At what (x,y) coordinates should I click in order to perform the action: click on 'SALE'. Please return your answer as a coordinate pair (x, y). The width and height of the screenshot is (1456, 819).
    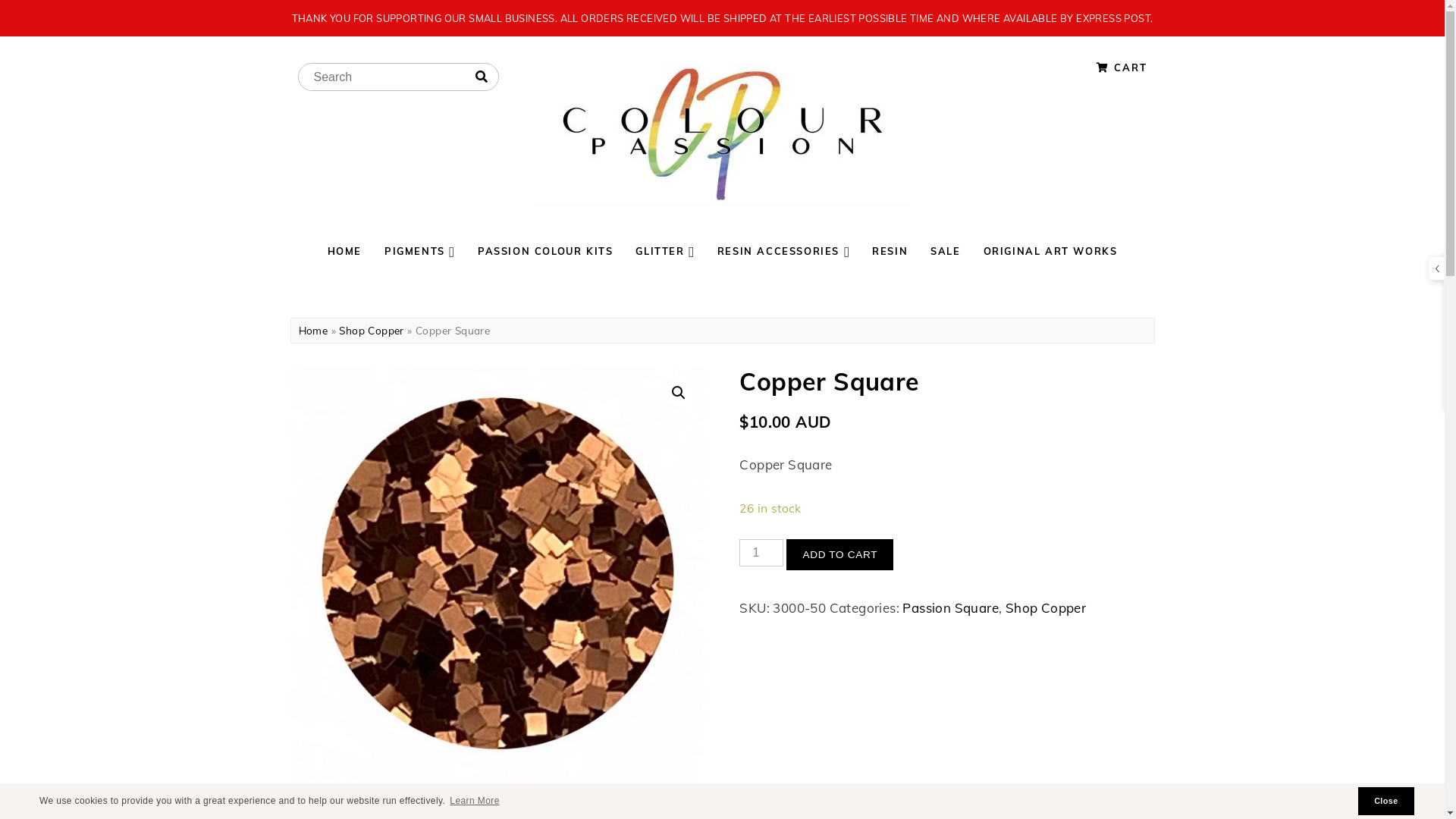
    Looking at the image, I should click on (944, 250).